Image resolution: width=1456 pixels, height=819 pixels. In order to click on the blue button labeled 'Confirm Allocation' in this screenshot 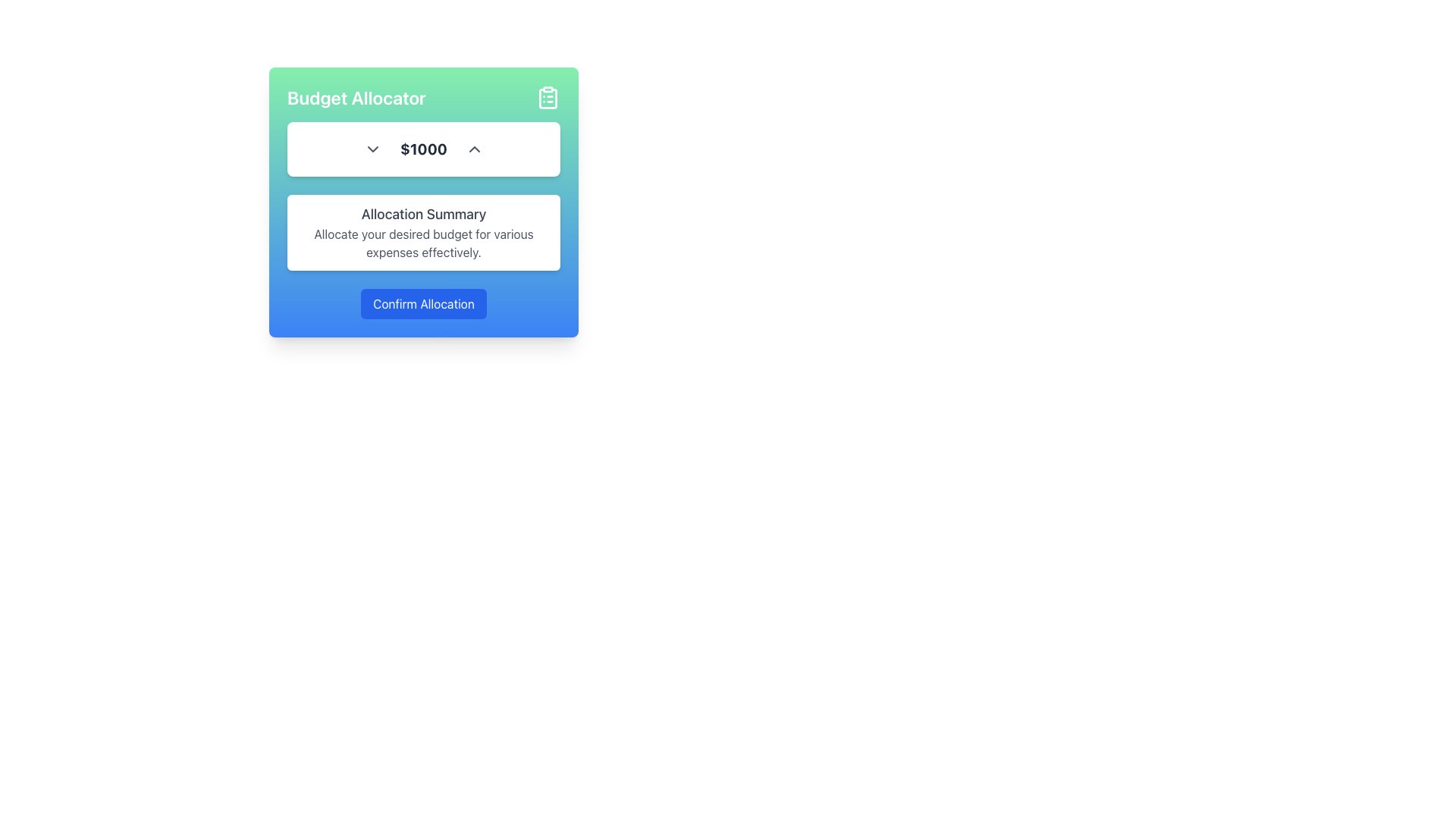, I will do `click(423, 304)`.